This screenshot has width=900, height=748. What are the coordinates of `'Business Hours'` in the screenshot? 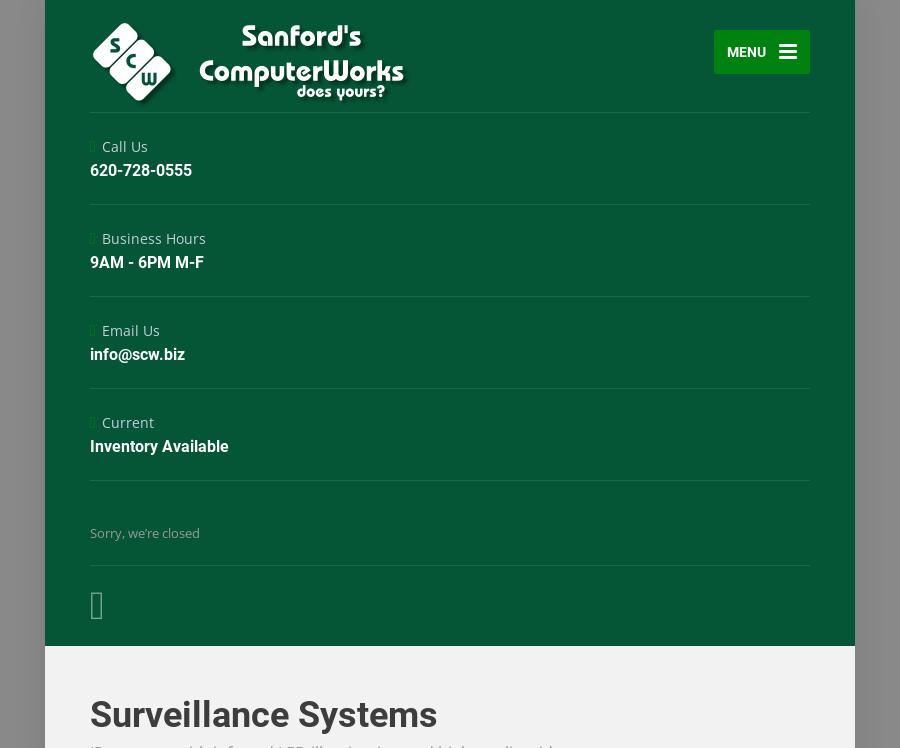 It's located at (99, 236).